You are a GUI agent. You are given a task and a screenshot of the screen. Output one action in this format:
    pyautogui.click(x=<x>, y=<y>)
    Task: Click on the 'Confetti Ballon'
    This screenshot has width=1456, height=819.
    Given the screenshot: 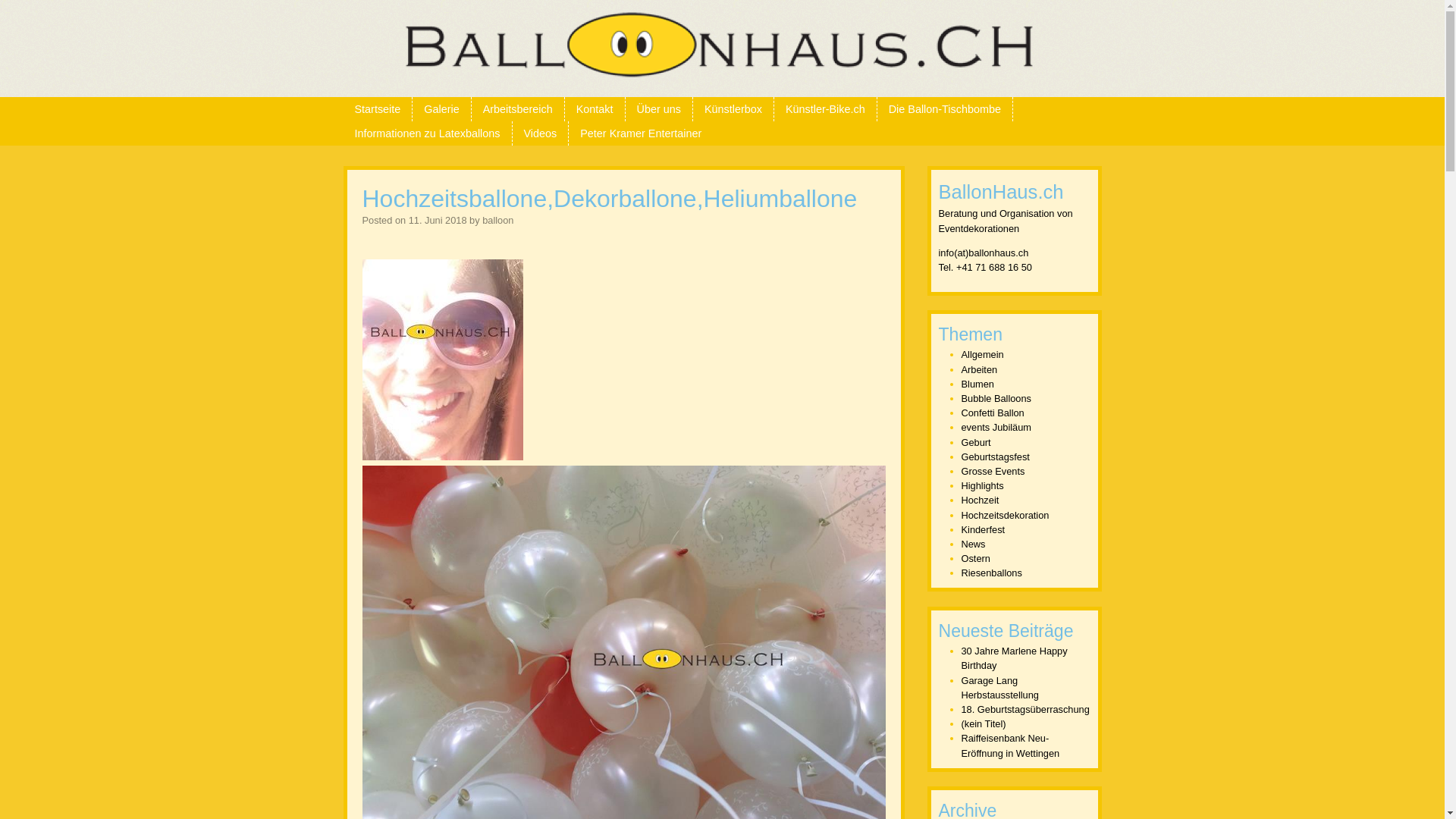 What is the action you would take?
    pyautogui.click(x=993, y=413)
    